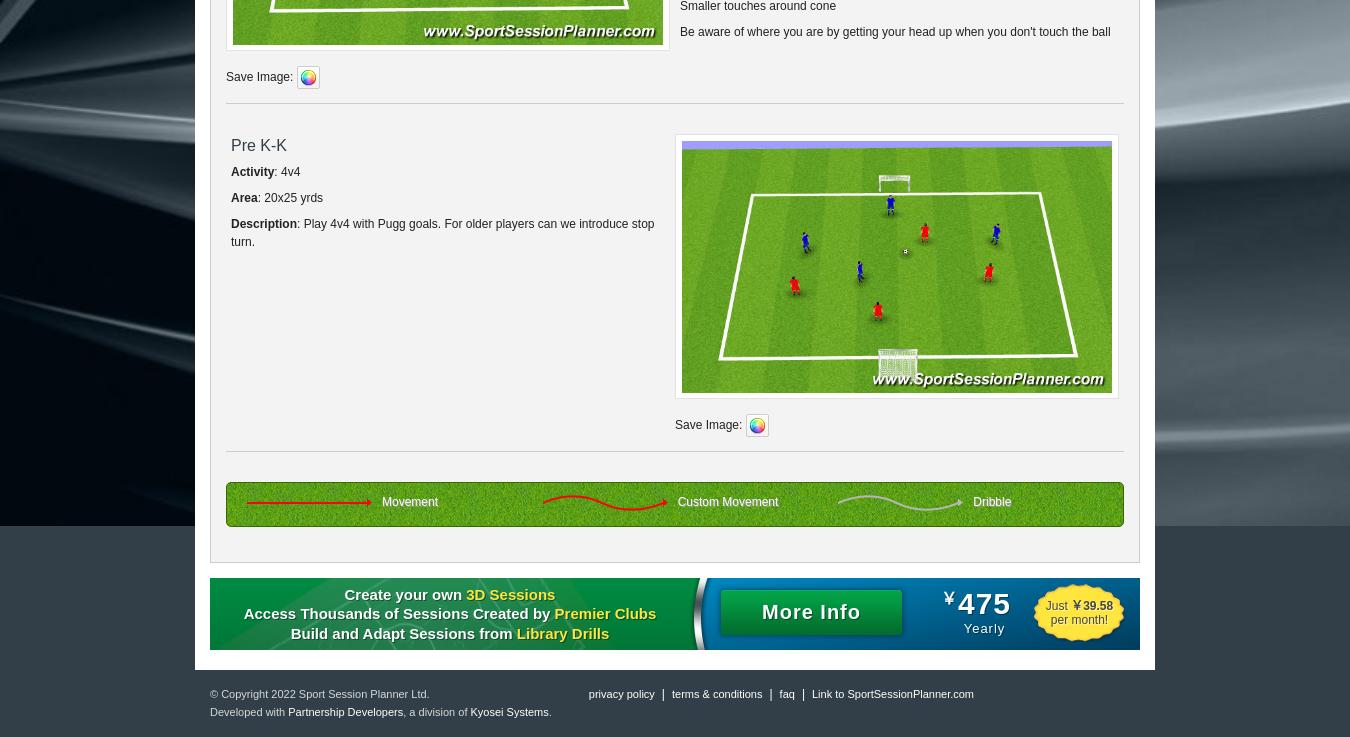  Describe the element at coordinates (405, 592) in the screenshot. I see `'Create your own'` at that location.